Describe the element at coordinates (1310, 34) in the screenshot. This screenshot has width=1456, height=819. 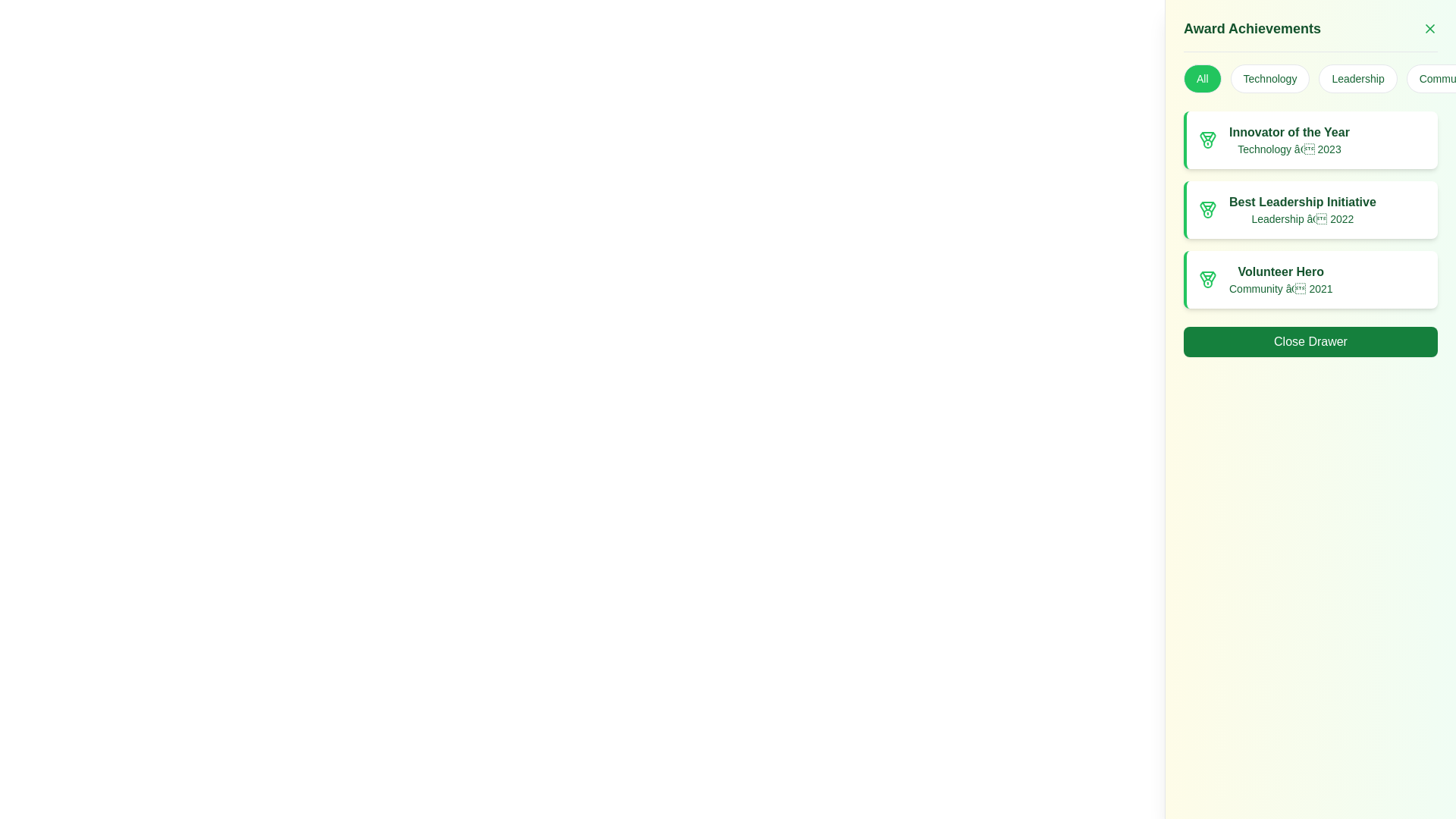
I see `text from the header displaying 'Award Achievements', which is bold and dark green, located at the top of the right-side drawer panel` at that location.